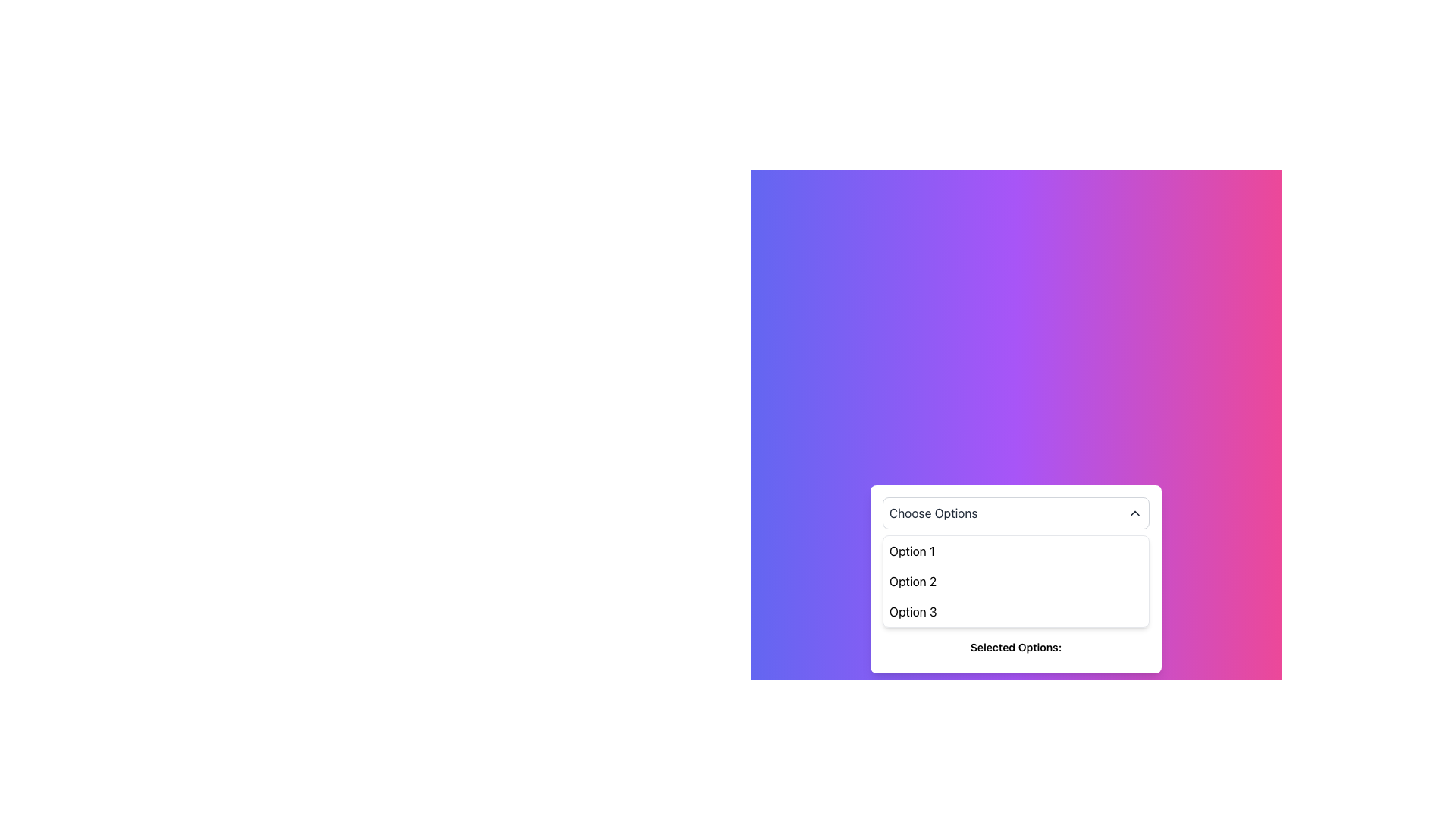 This screenshot has height=819, width=1456. Describe the element at coordinates (912, 610) in the screenshot. I see `the third option 'Option 3' in the dropdown menu` at that location.